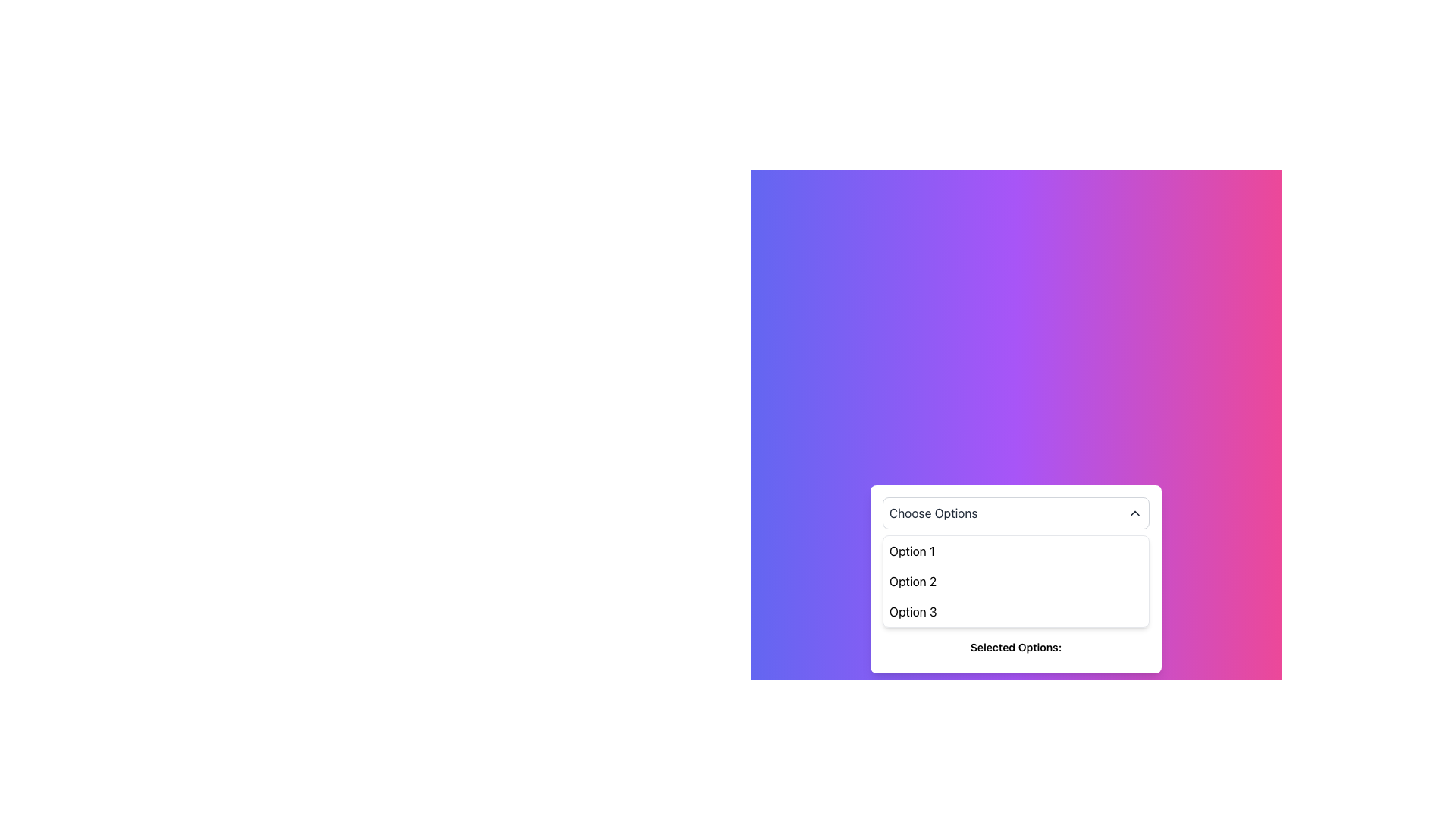 This screenshot has height=819, width=1456. Describe the element at coordinates (912, 610) in the screenshot. I see `the third option 'Option 3' in the dropdown menu` at that location.